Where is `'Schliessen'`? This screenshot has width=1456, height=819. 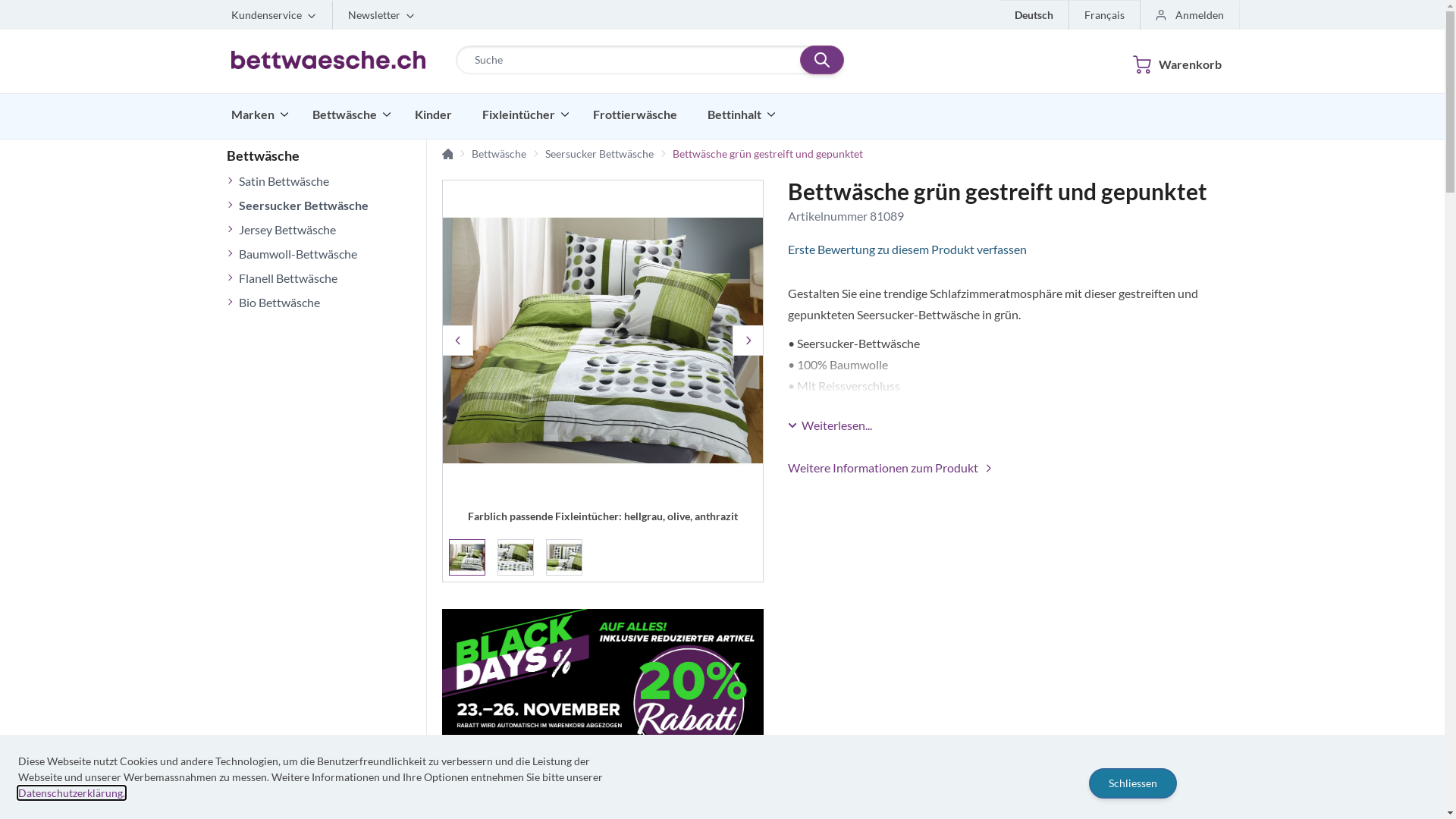 'Schliessen' is located at coordinates (1132, 783).